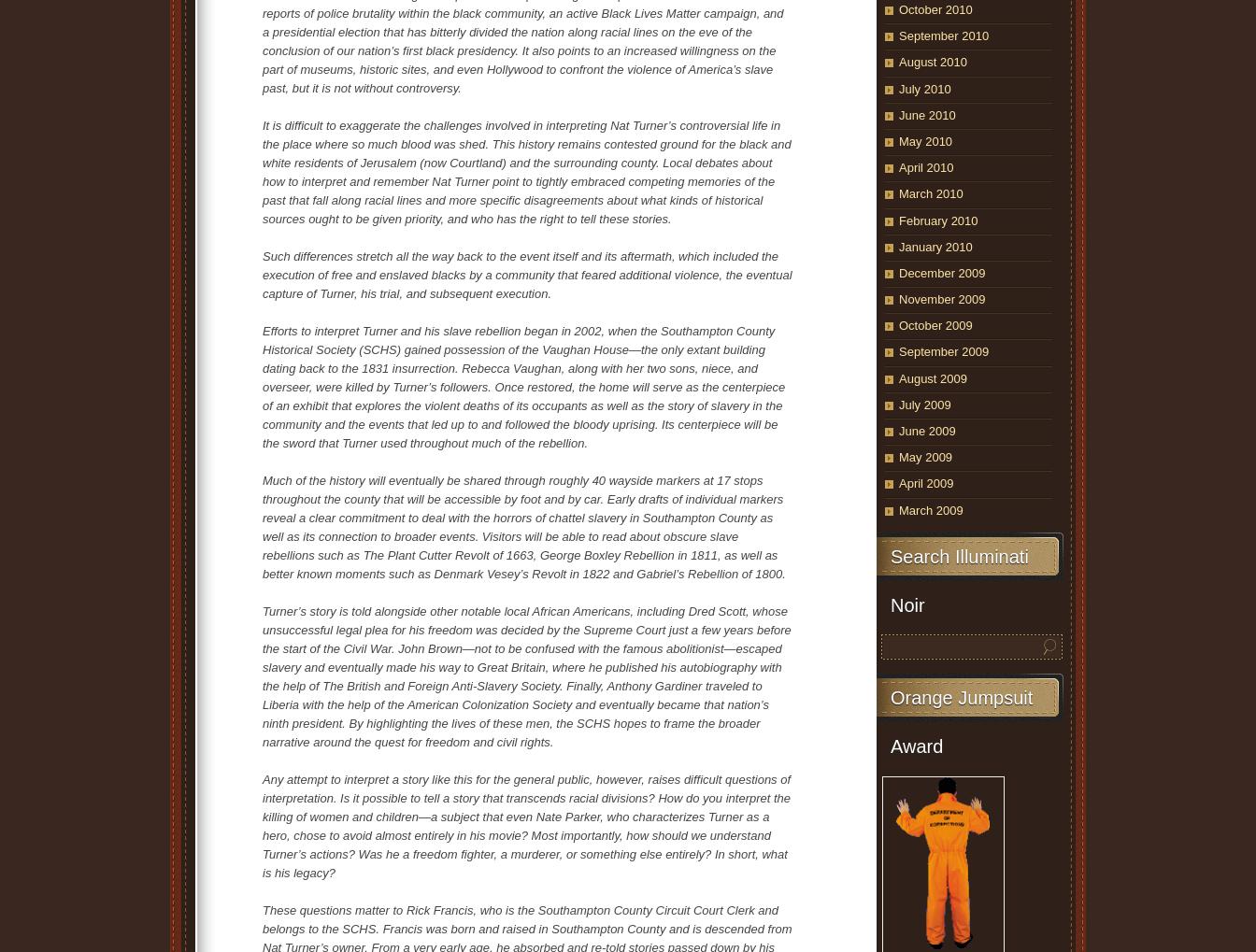  I want to click on 'Turner’s story is told alongside other notable local African Americans, including Dred Scott, whose unsuccessful legal plea for his freedom was decided by the Supreme Court just a few years before the start of the Civil War. John Brown—not to be confused with the famous abolitionist—escaped slavery and eventually made his way to Great Britain, where he published his autobiography with the help of The British and Foreign Anti-Slavery Society. Finally, Anthony Gardiner traveled to Liberia with the help of the American Colonization Society and eventually became that nation’s ninth president. By highlighting the lives of these men, the SCHS hopes to frame the broader narrative around the quest for freedom and civil rights.', so click(526, 675).